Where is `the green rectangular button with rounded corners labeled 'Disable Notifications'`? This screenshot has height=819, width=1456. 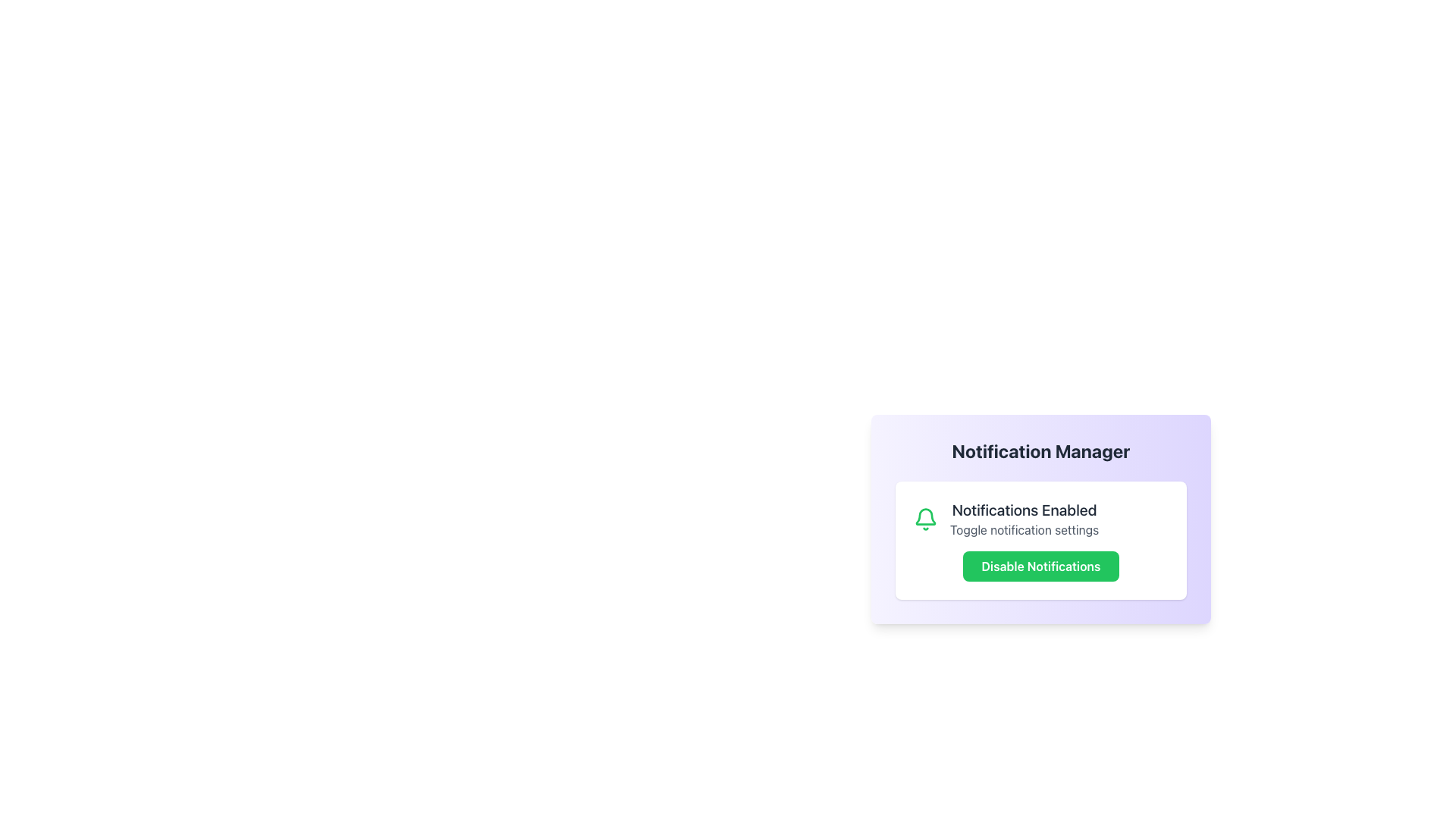 the green rectangular button with rounded corners labeled 'Disable Notifications' is located at coordinates (1040, 566).